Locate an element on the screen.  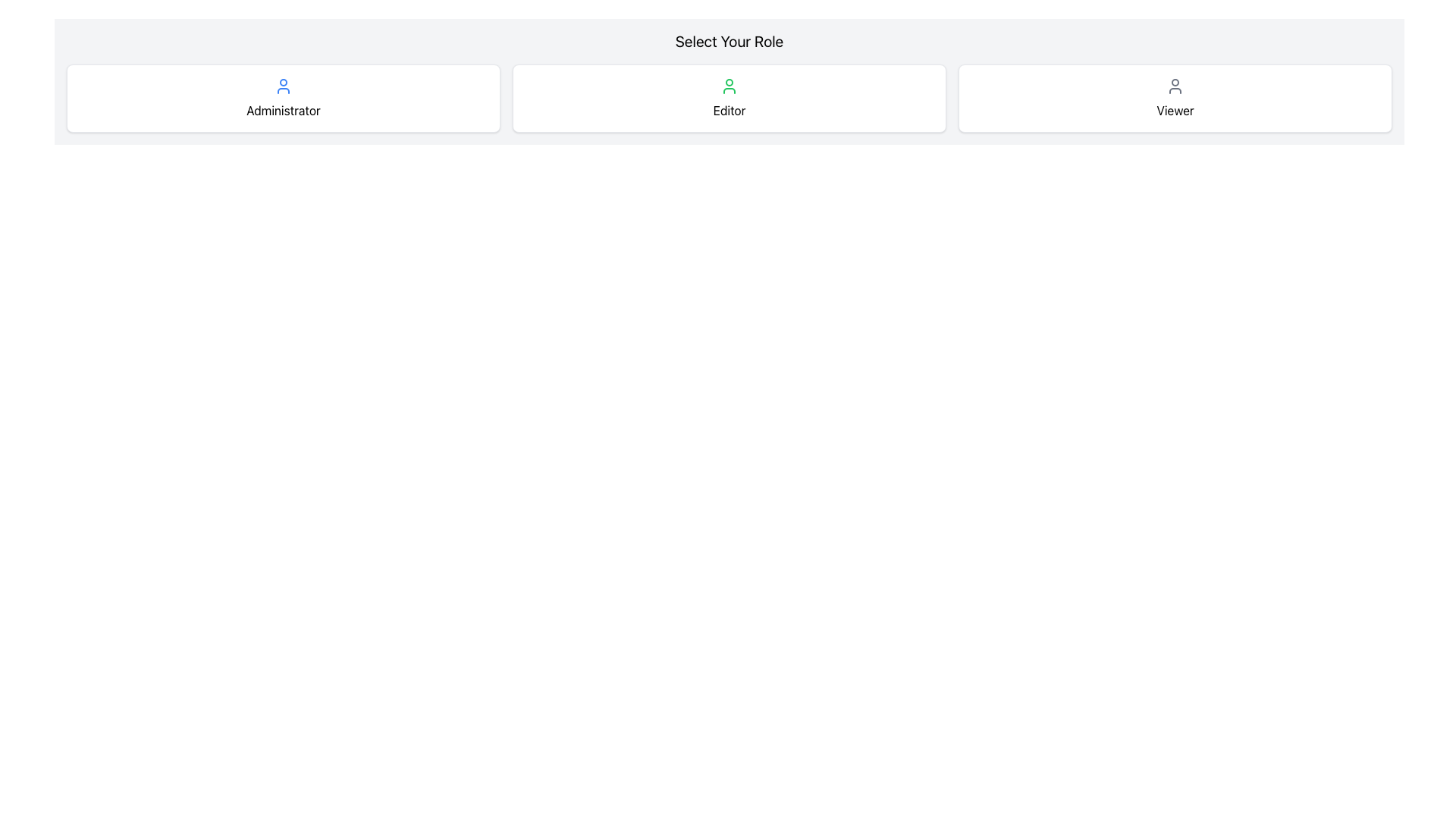
the user icon represented as a blue outline minimalist avatar, located in the first role card above the 'Administrator' label is located at coordinates (284, 86).